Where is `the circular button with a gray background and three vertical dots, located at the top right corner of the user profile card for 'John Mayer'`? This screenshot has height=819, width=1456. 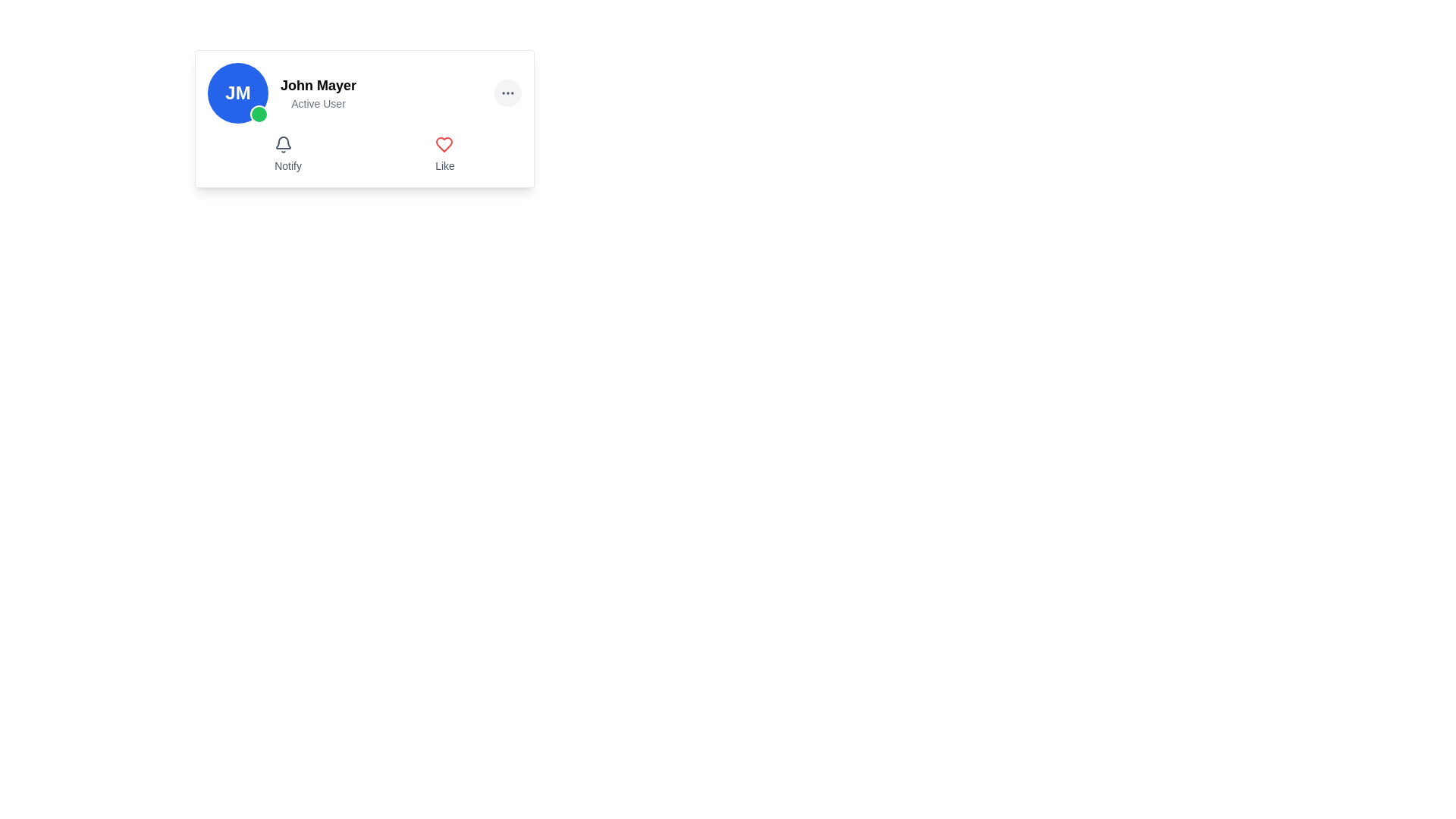 the circular button with a gray background and three vertical dots, located at the top right corner of the user profile card for 'John Mayer' is located at coordinates (508, 93).